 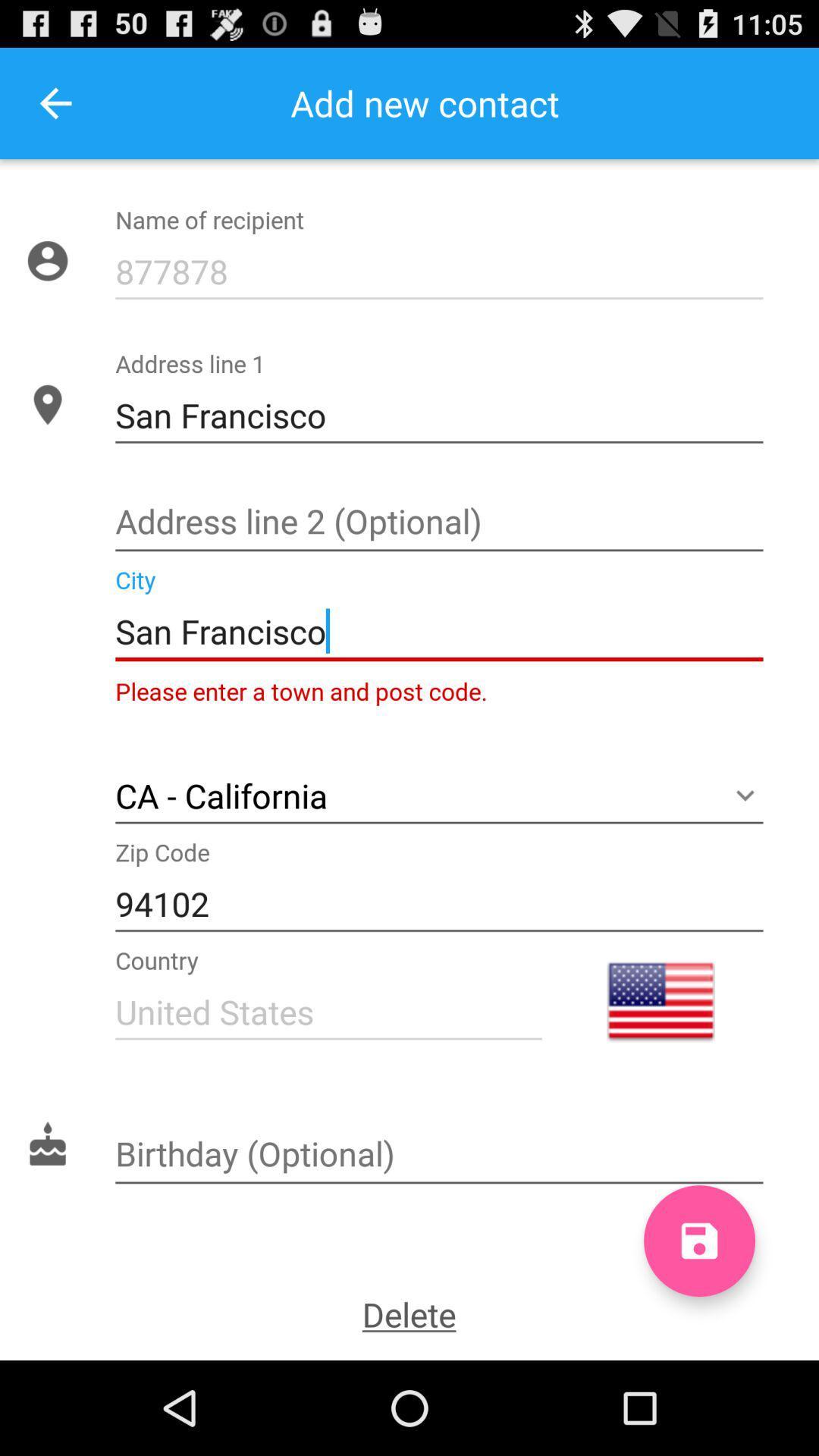 I want to click on contact, so click(x=699, y=1241).